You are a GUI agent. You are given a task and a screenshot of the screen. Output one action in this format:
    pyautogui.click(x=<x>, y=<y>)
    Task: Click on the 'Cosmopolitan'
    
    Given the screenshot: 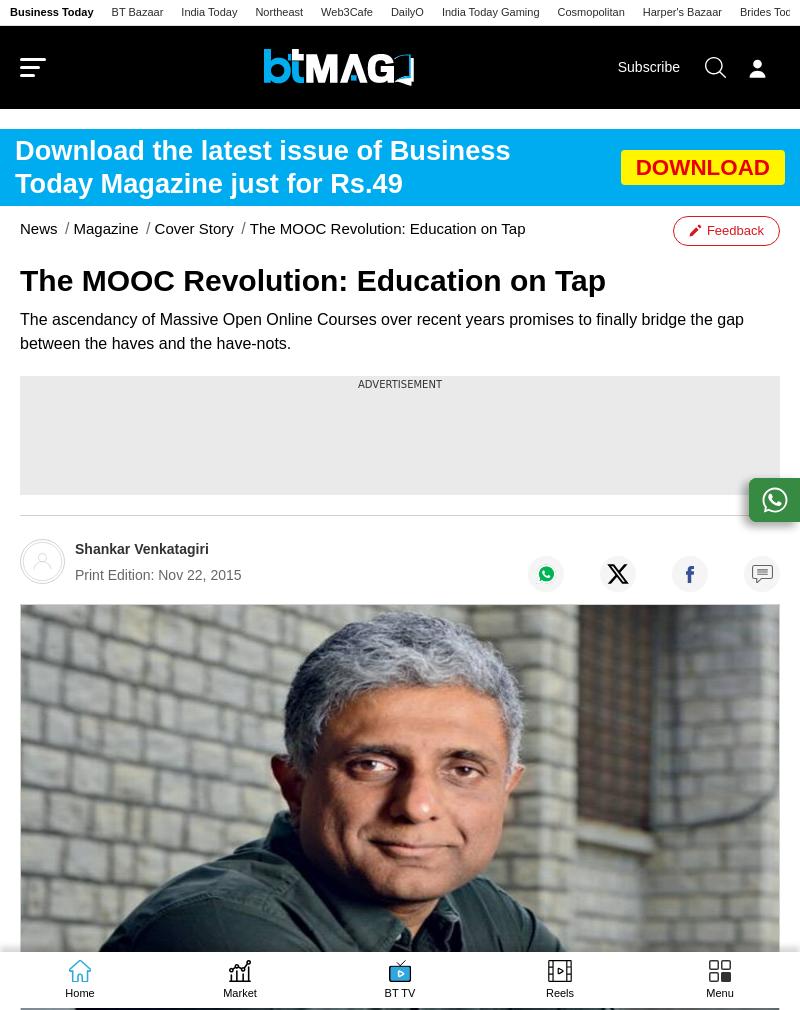 What is the action you would take?
    pyautogui.click(x=589, y=11)
    